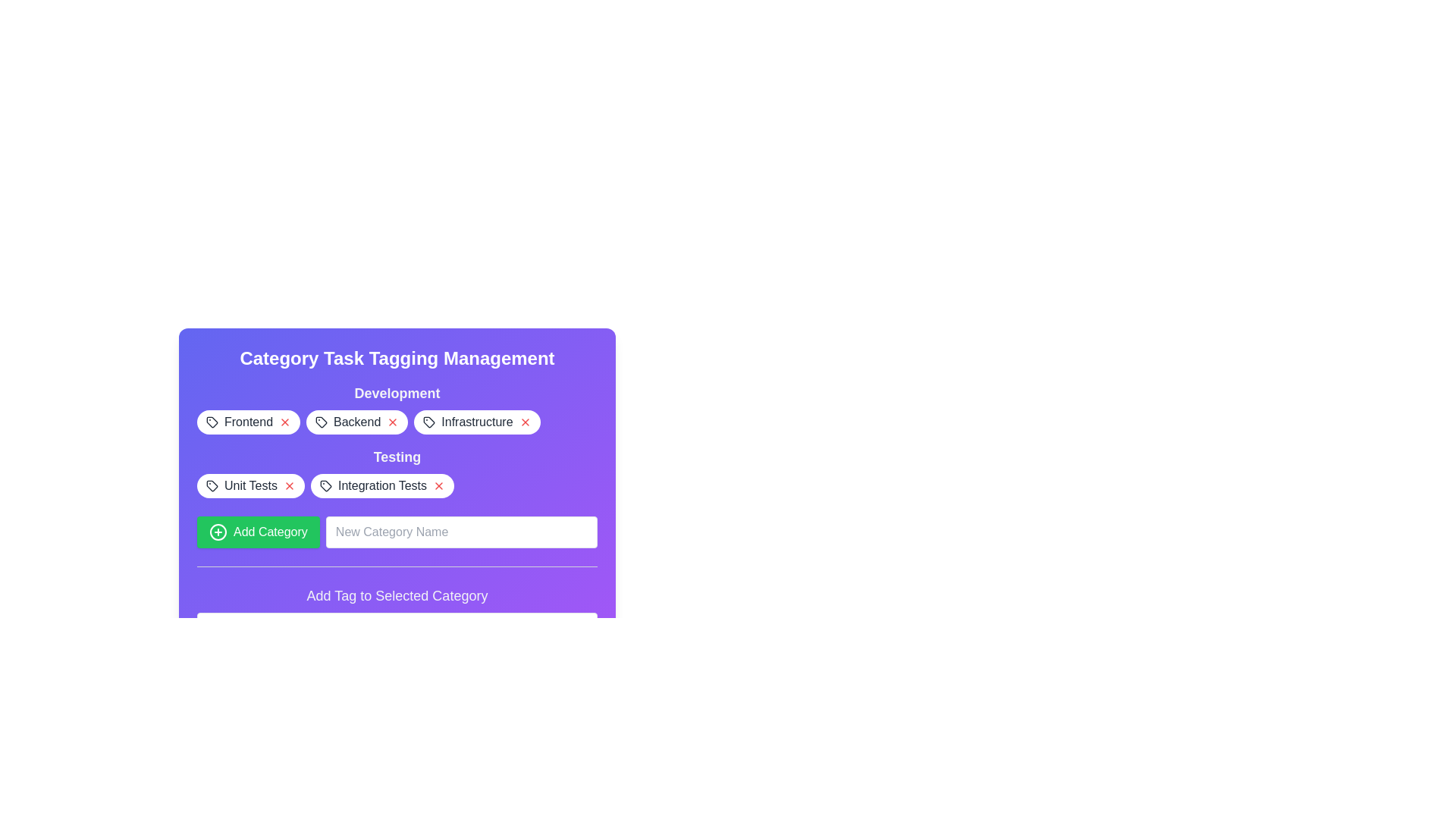 The image size is (1456, 819). Describe the element at coordinates (211, 422) in the screenshot. I see `the icon representing the 'Frontend' category tag in the 'Category Task Tagging Management' interface` at that location.